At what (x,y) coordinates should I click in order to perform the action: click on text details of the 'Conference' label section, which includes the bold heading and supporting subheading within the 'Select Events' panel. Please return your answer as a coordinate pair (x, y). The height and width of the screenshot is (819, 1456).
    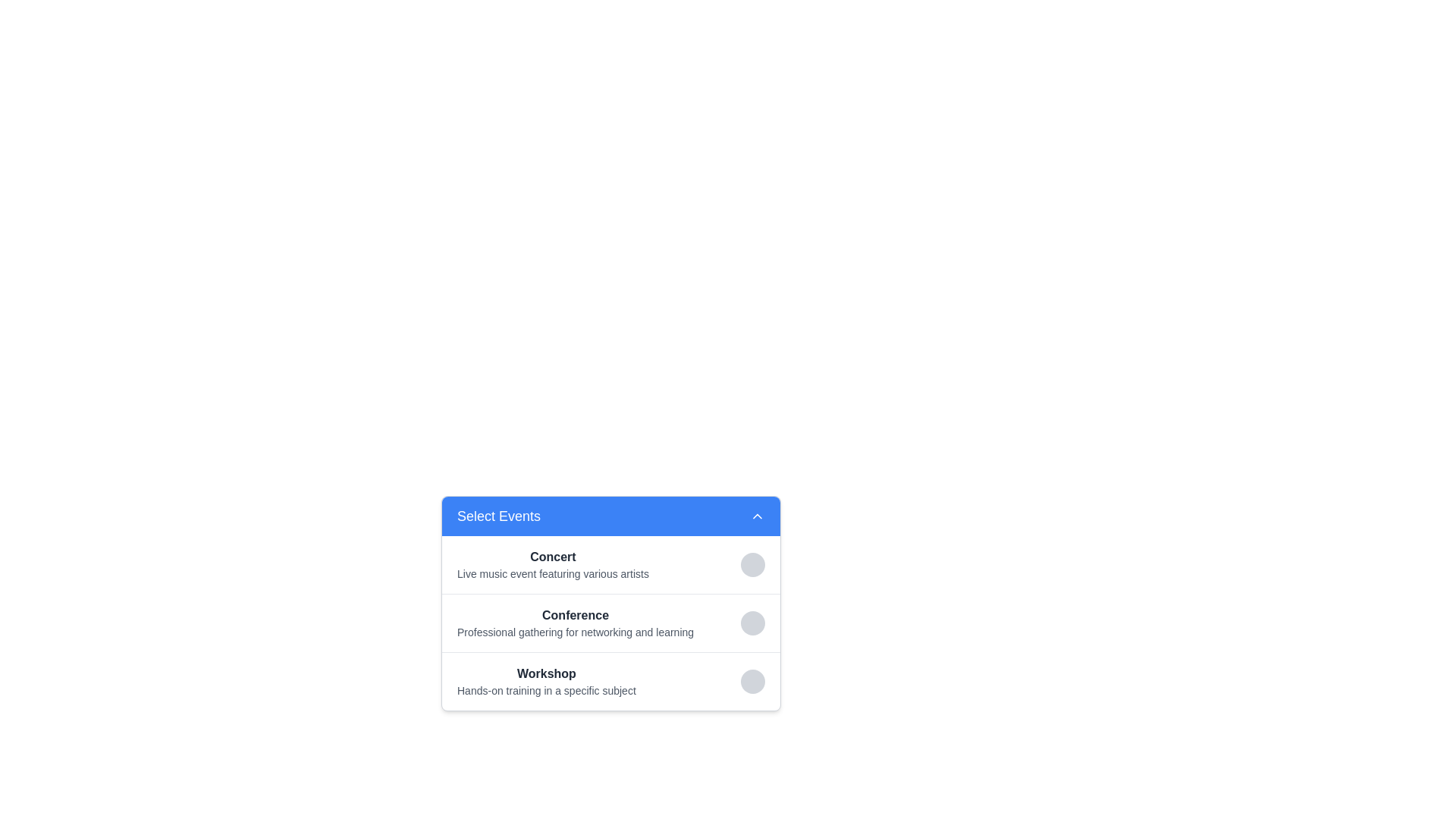
    Looking at the image, I should click on (611, 623).